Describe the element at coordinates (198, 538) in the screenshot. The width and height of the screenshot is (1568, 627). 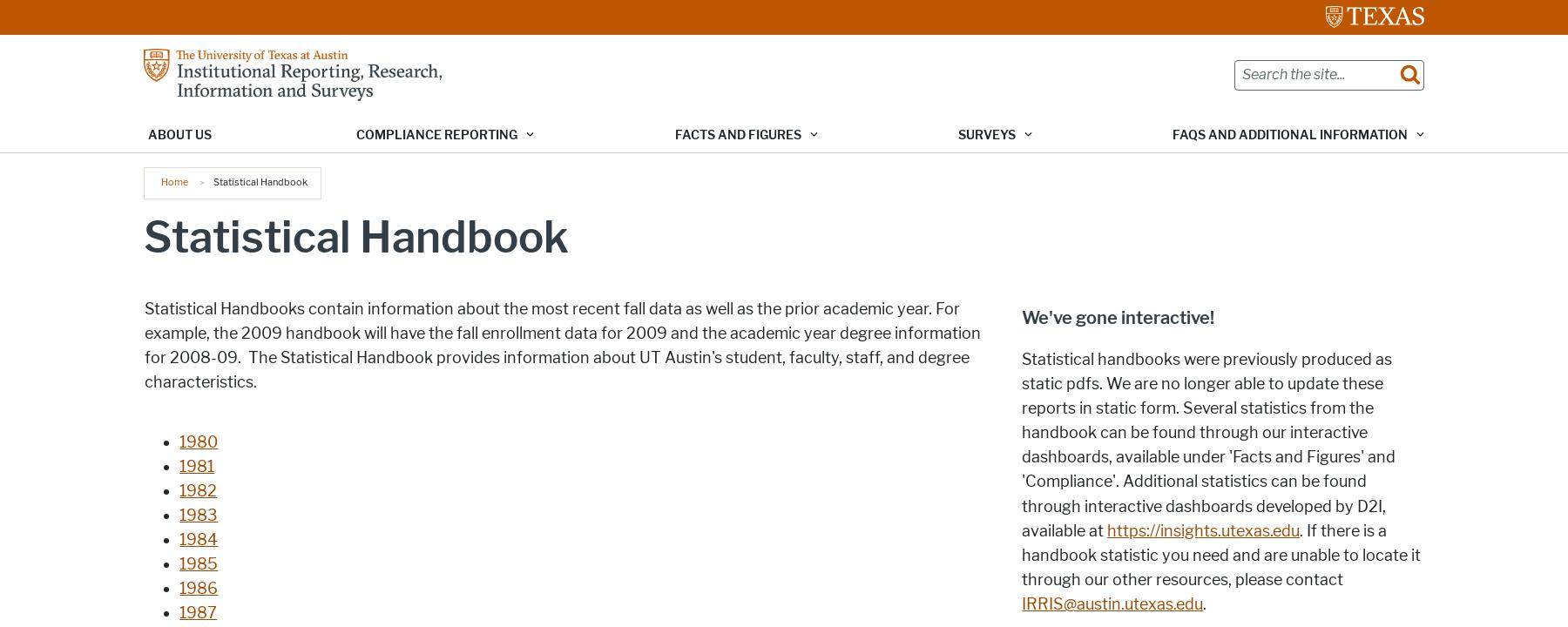
I see `'1984'` at that location.